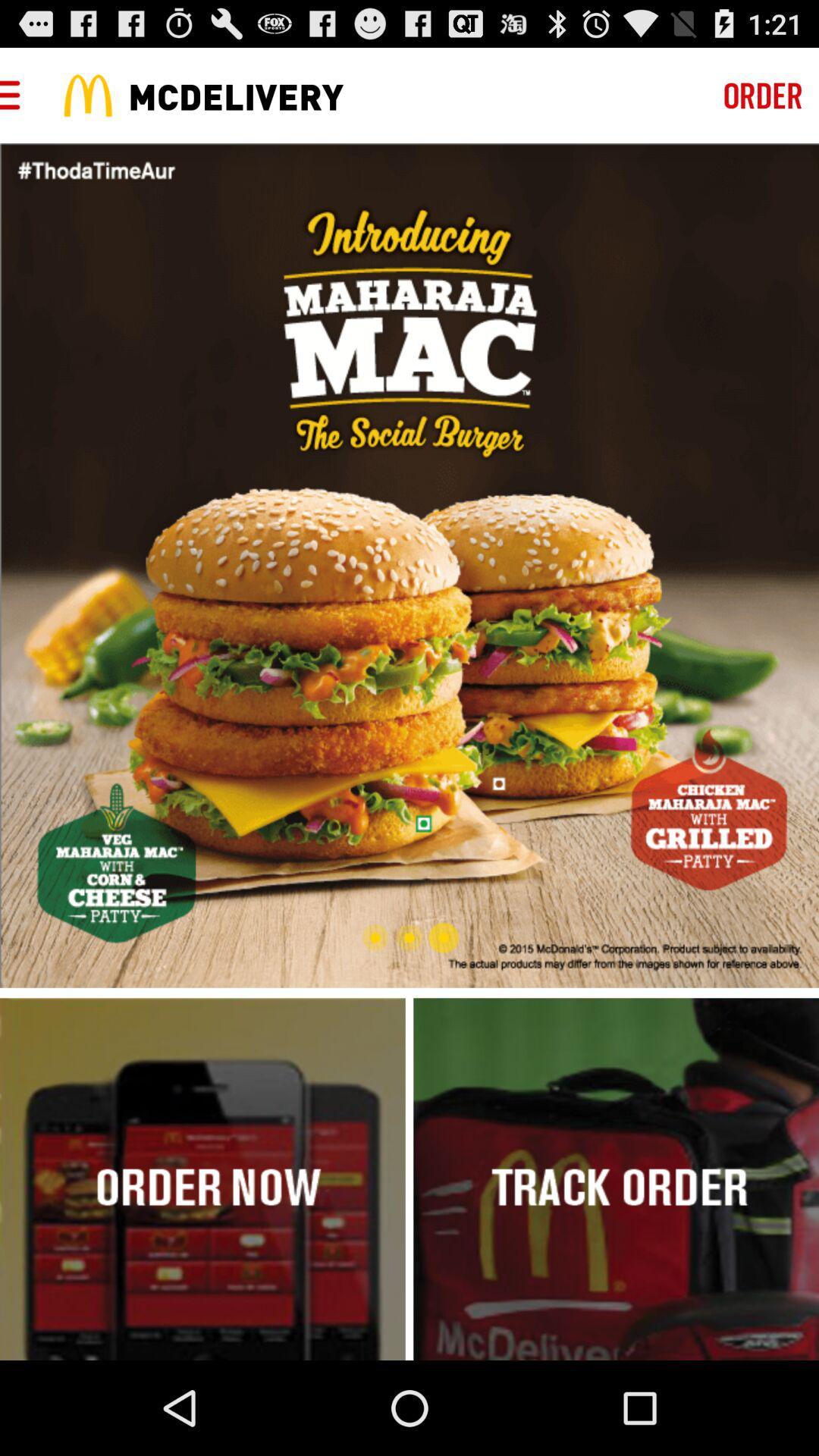 Image resolution: width=819 pixels, height=1456 pixels. I want to click on the icon which is left side of the mcdelivery, so click(87, 94).